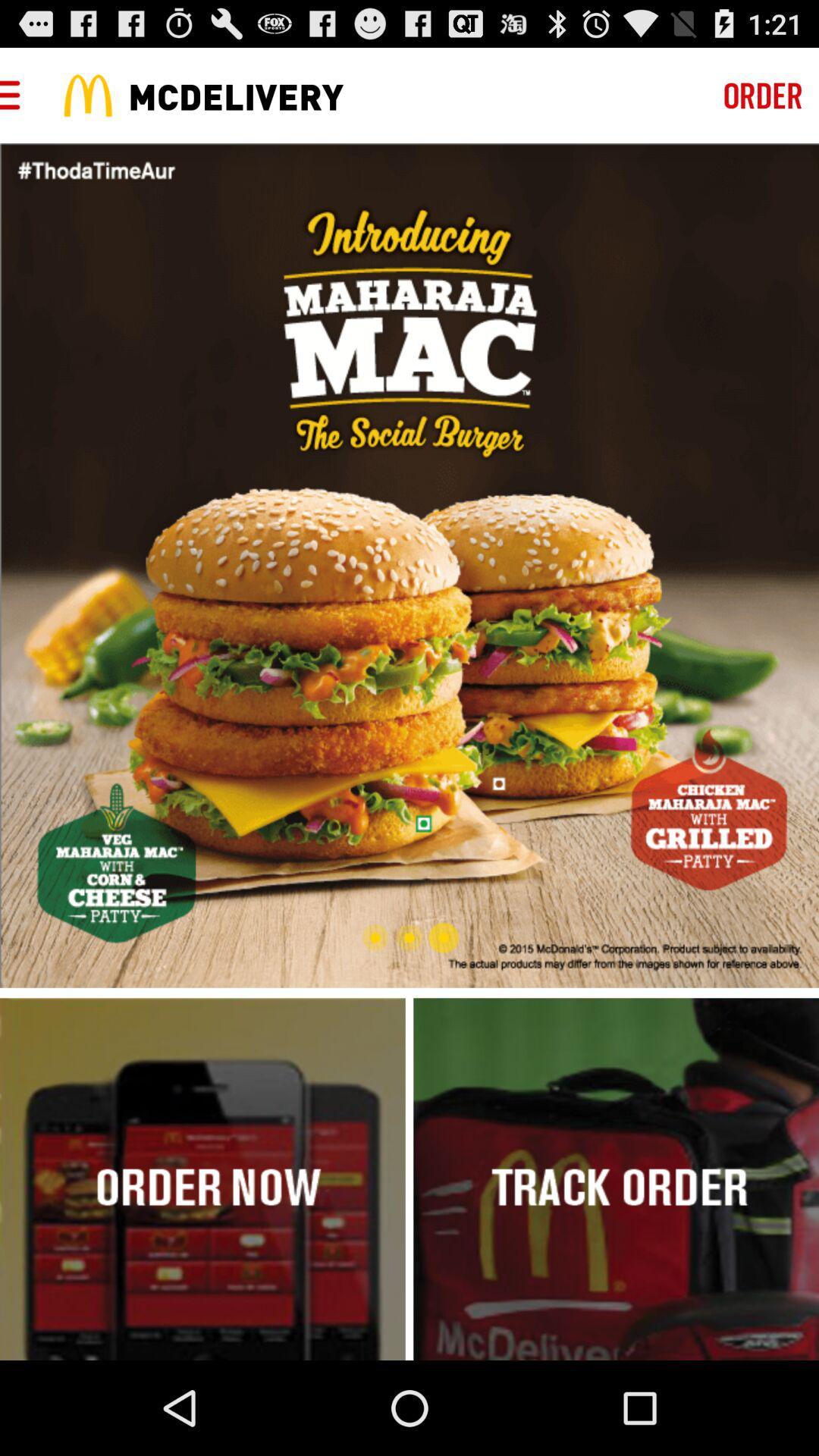 Image resolution: width=819 pixels, height=1456 pixels. I want to click on the icon which is left side of the mcdelivery, so click(87, 94).